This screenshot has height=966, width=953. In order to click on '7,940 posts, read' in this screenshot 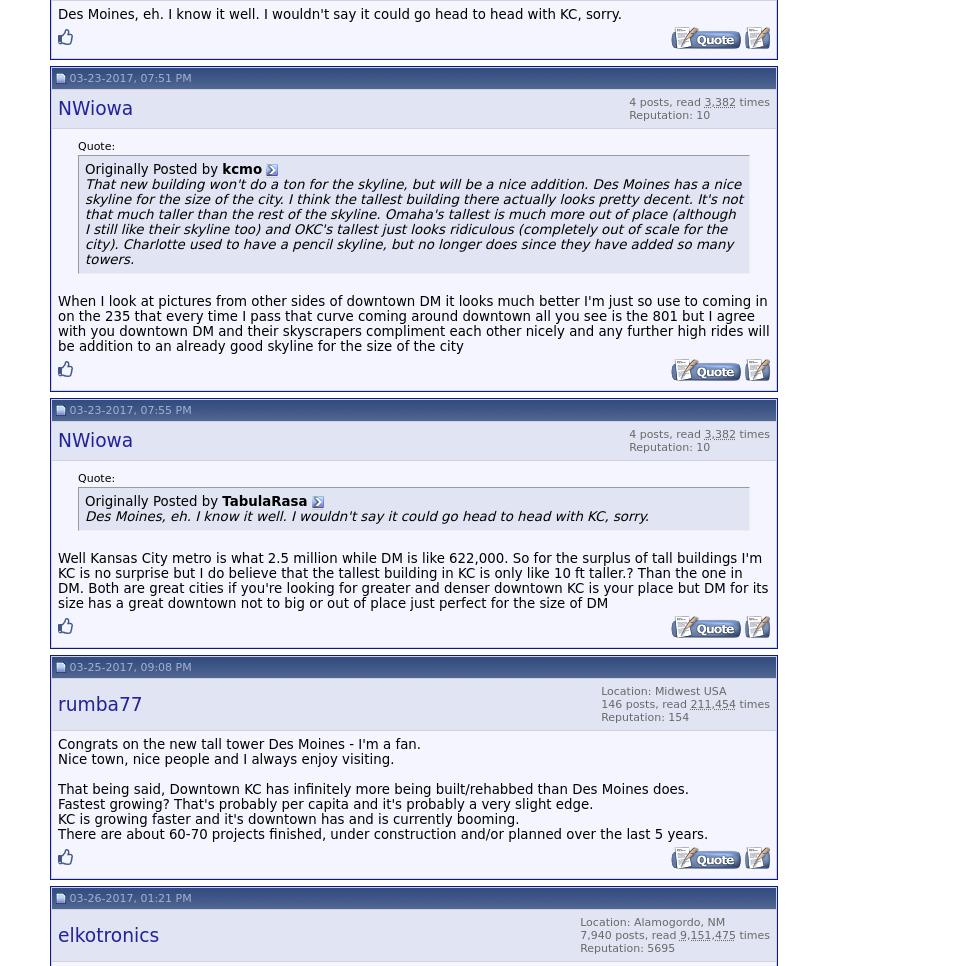, I will do `click(629, 934)`.